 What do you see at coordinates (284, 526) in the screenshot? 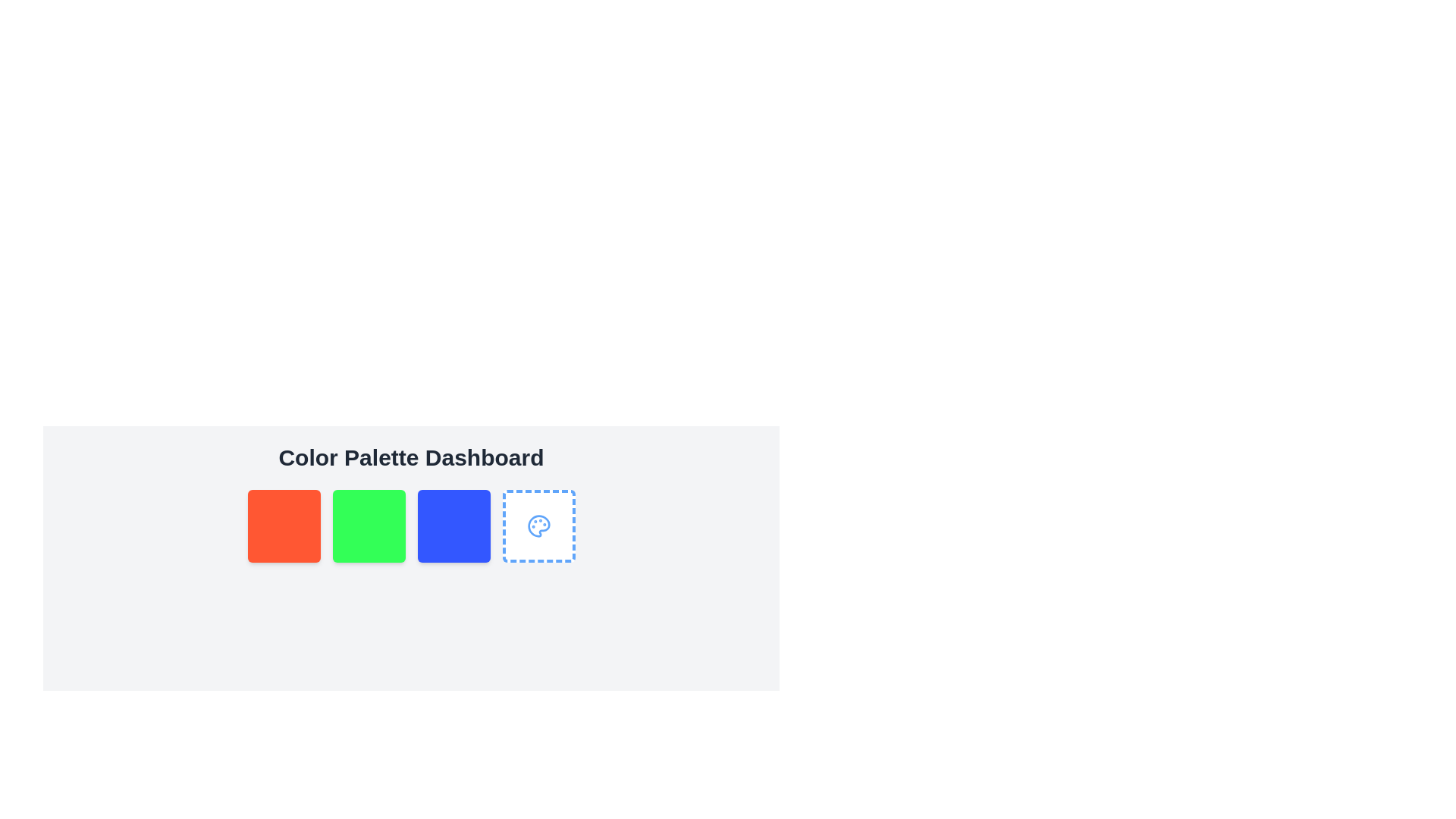
I see `the solid red color swatch, which is a square-shaped component with rounded edges, located under the 'Color Palette Dashboard' title` at bounding box center [284, 526].